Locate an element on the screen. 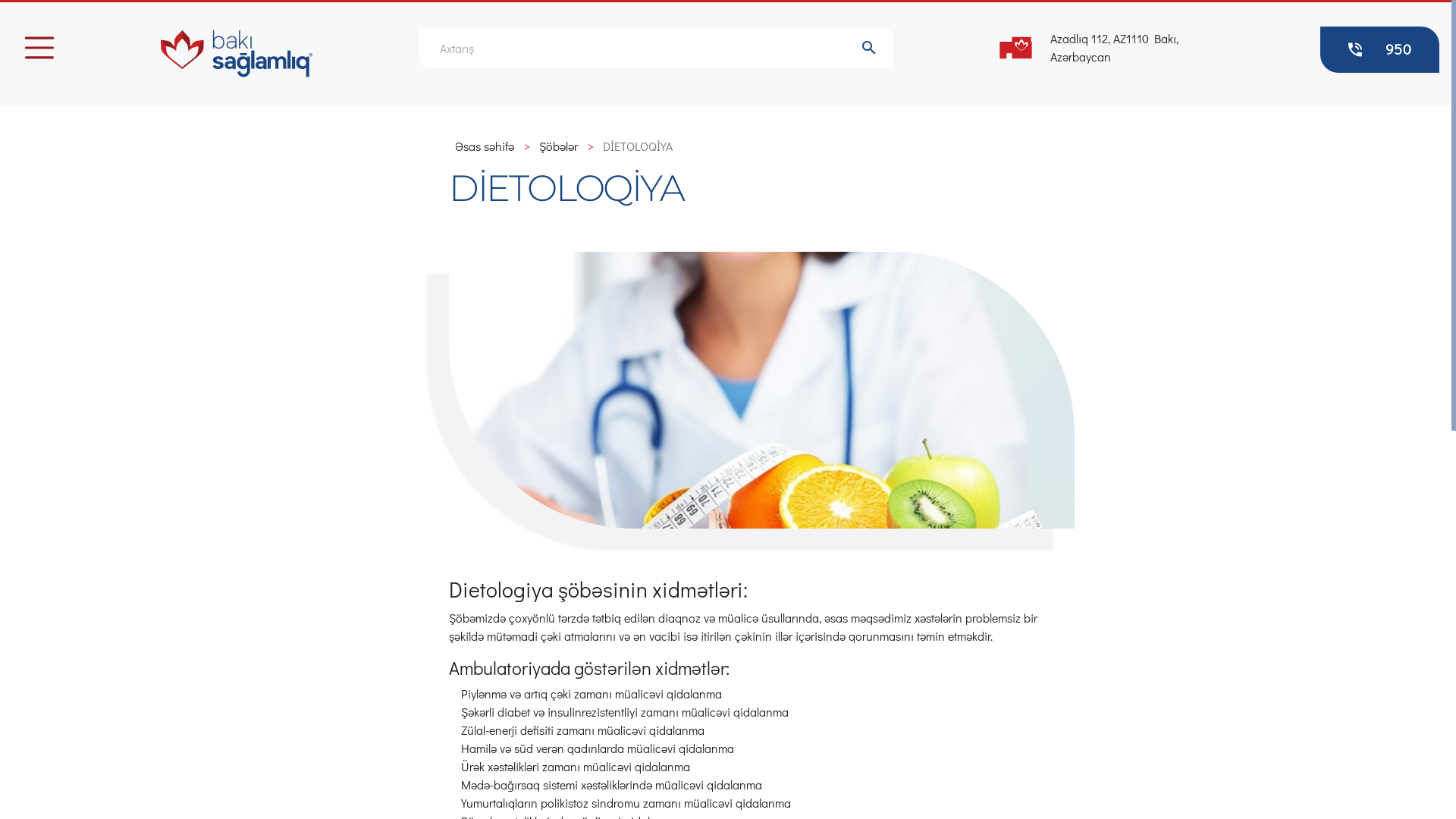  '950' is located at coordinates (1319, 49).